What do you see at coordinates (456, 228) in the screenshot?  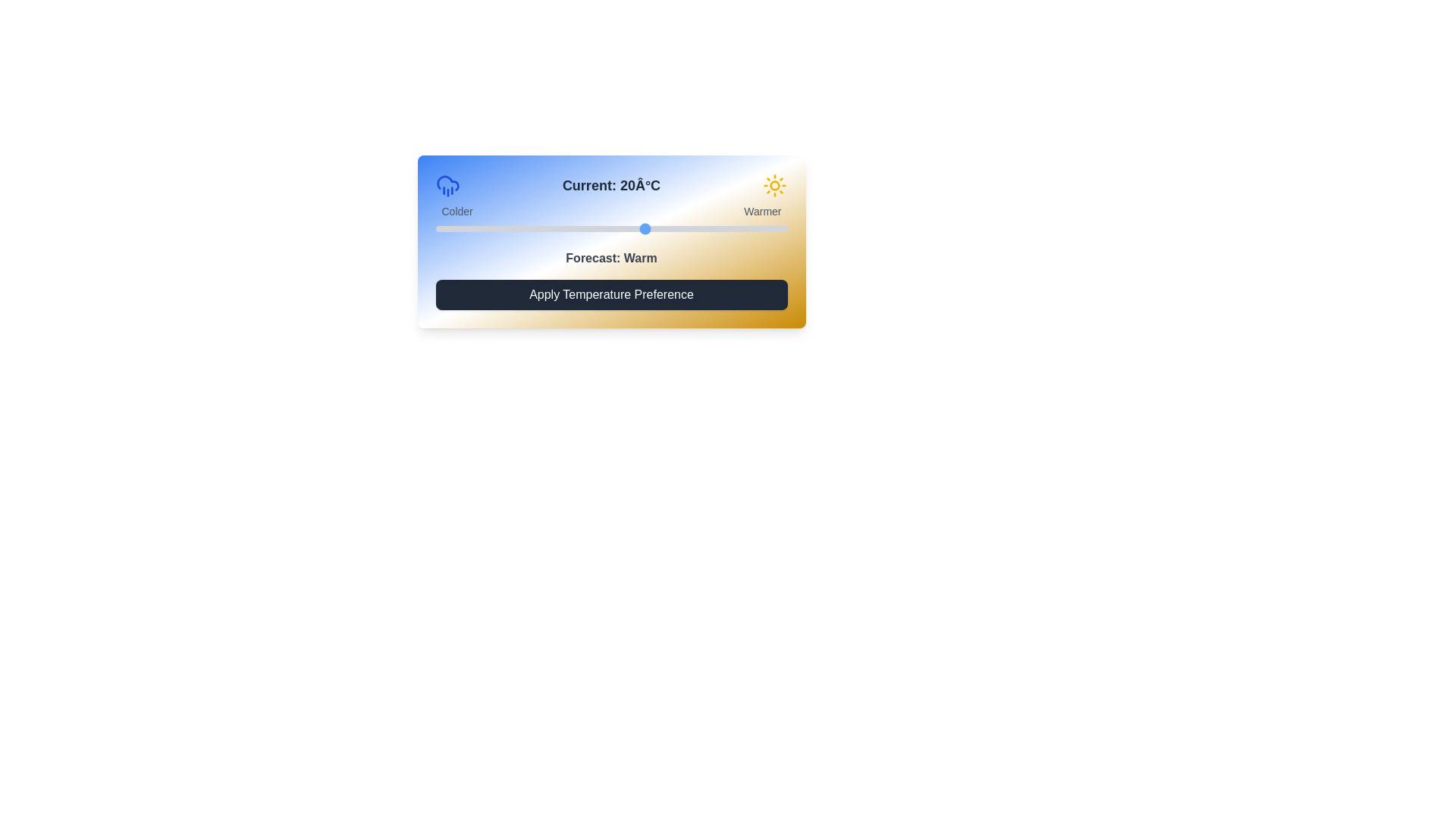 I see `the temperature slider to -7 degrees` at bounding box center [456, 228].